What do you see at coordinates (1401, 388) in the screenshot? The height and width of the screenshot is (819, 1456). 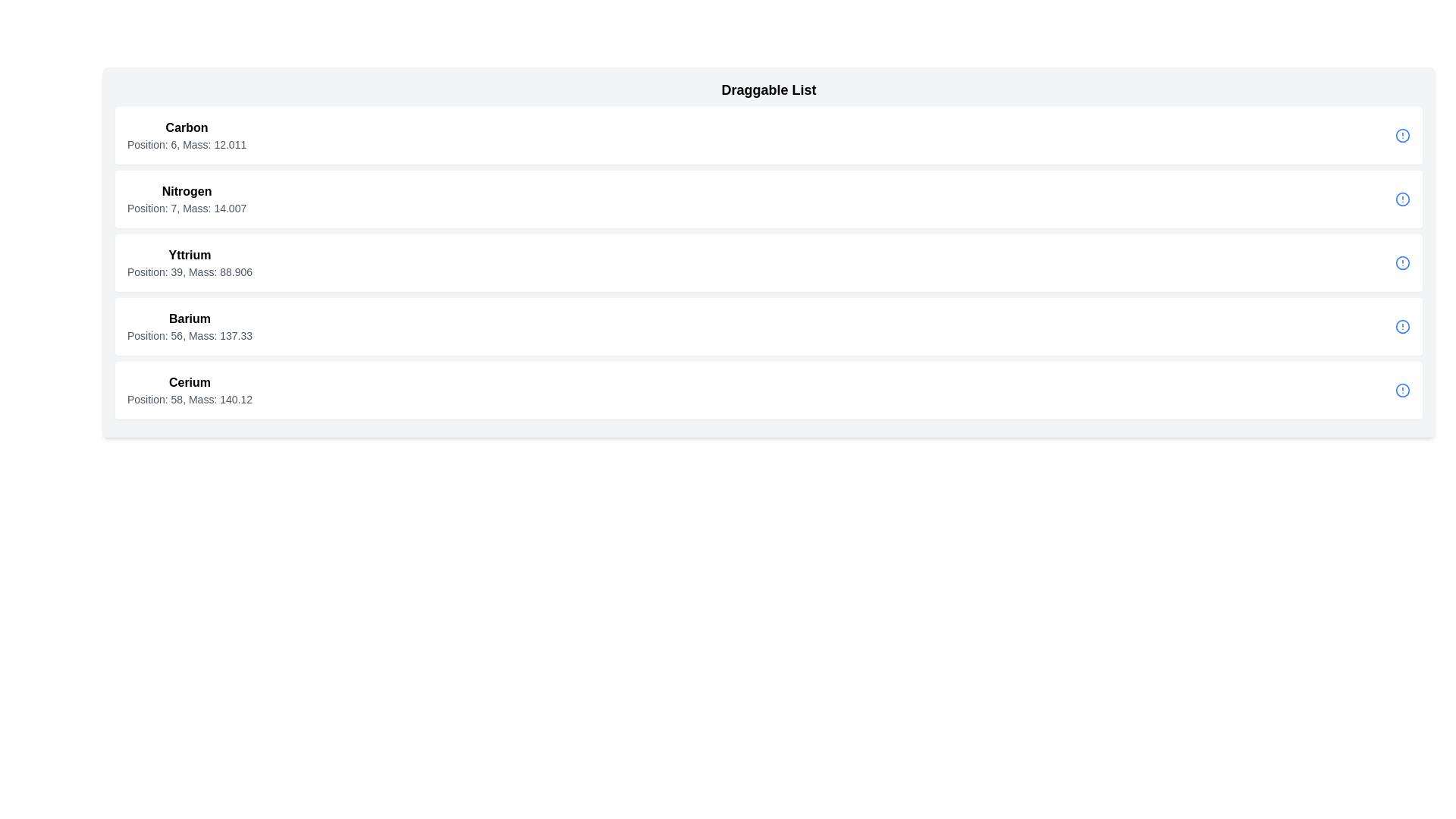 I see `the innermost circular component of the SVG icon representing an alert or information status located at the far-right end of the 'Cerium' list item` at bounding box center [1401, 388].